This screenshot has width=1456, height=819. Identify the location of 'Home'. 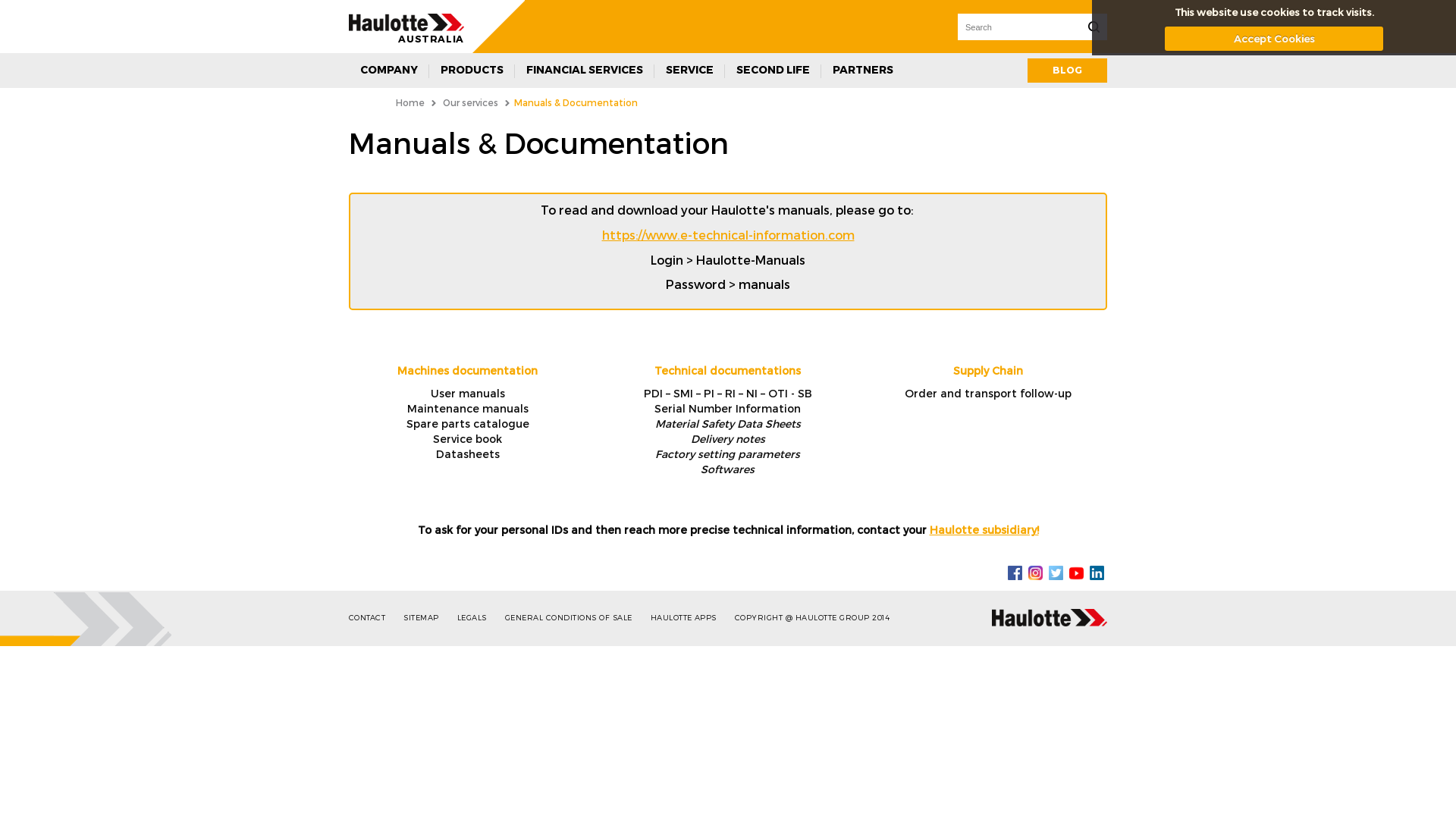
(410, 102).